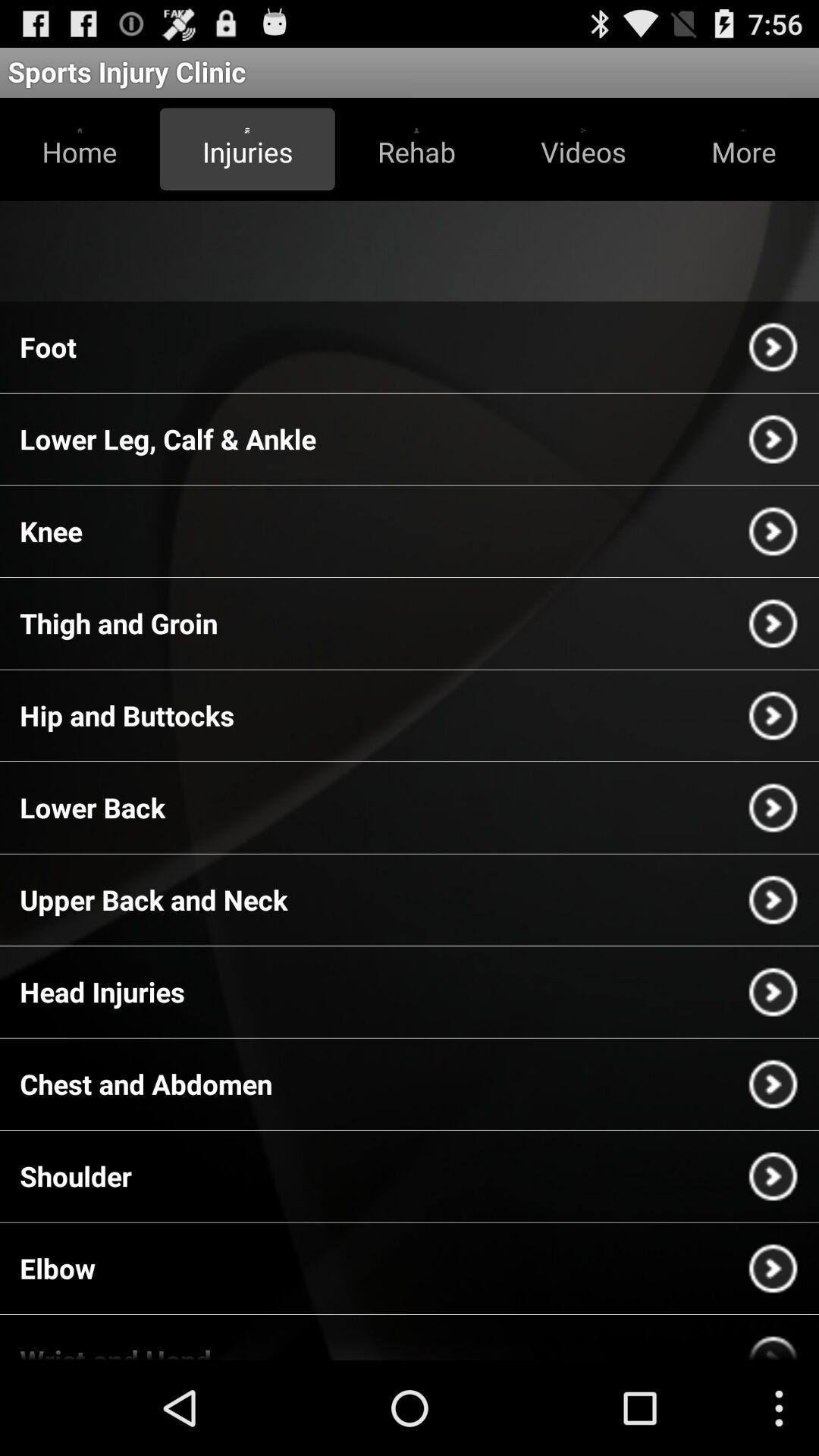 This screenshot has width=819, height=1456. What do you see at coordinates (773, 438) in the screenshot?
I see `item to the right of the lower leg calf` at bounding box center [773, 438].